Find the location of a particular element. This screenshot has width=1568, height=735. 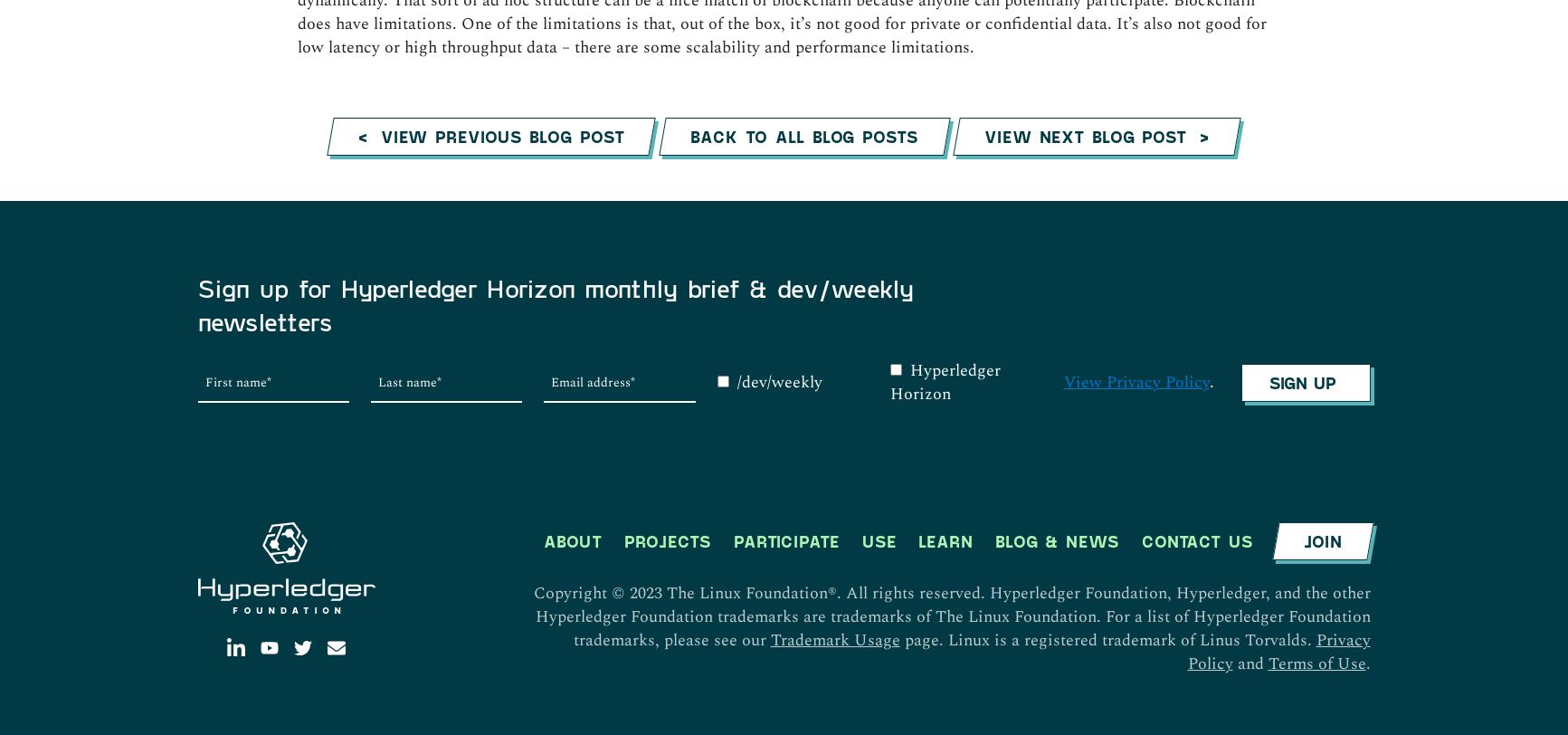

'Participate' is located at coordinates (784, 163).